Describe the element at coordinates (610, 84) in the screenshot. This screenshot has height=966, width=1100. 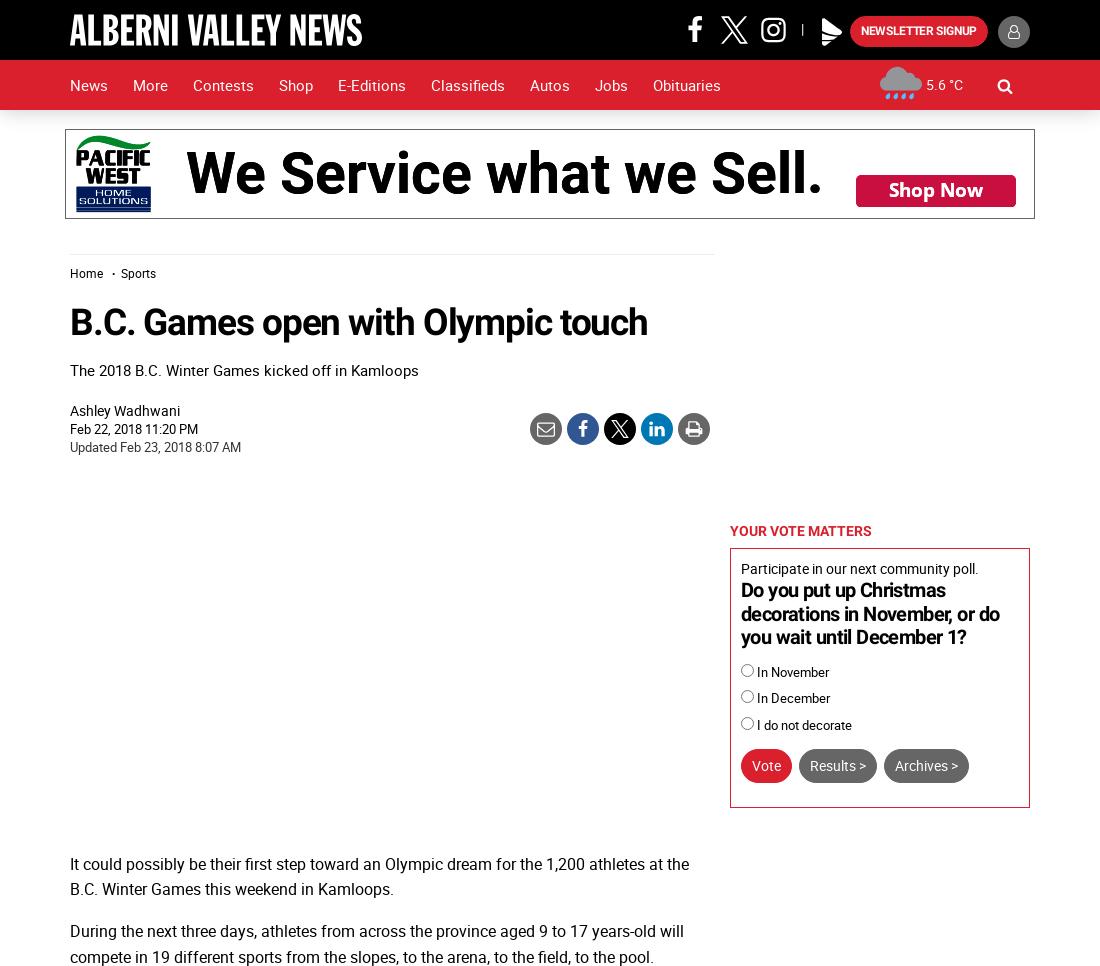
I see `'Jobs'` at that location.